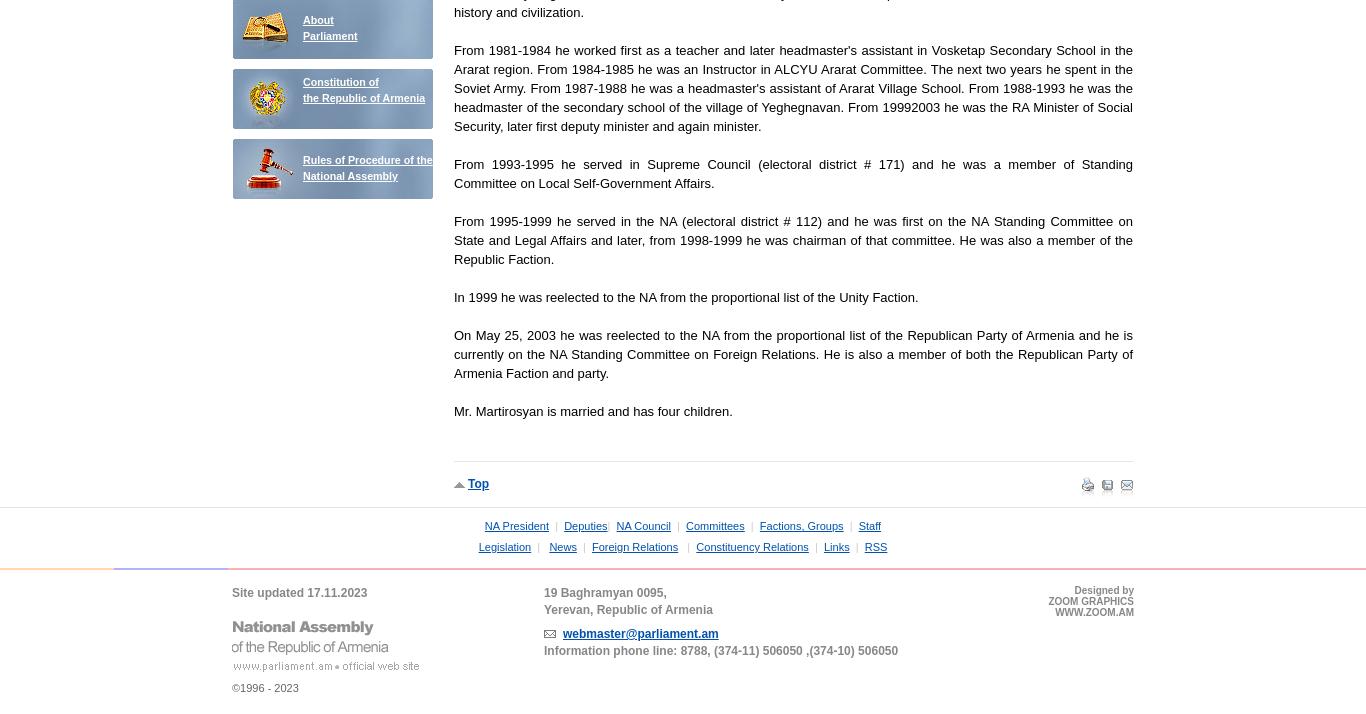 The image size is (1366, 714). I want to click on 'Parliament', so click(330, 34).